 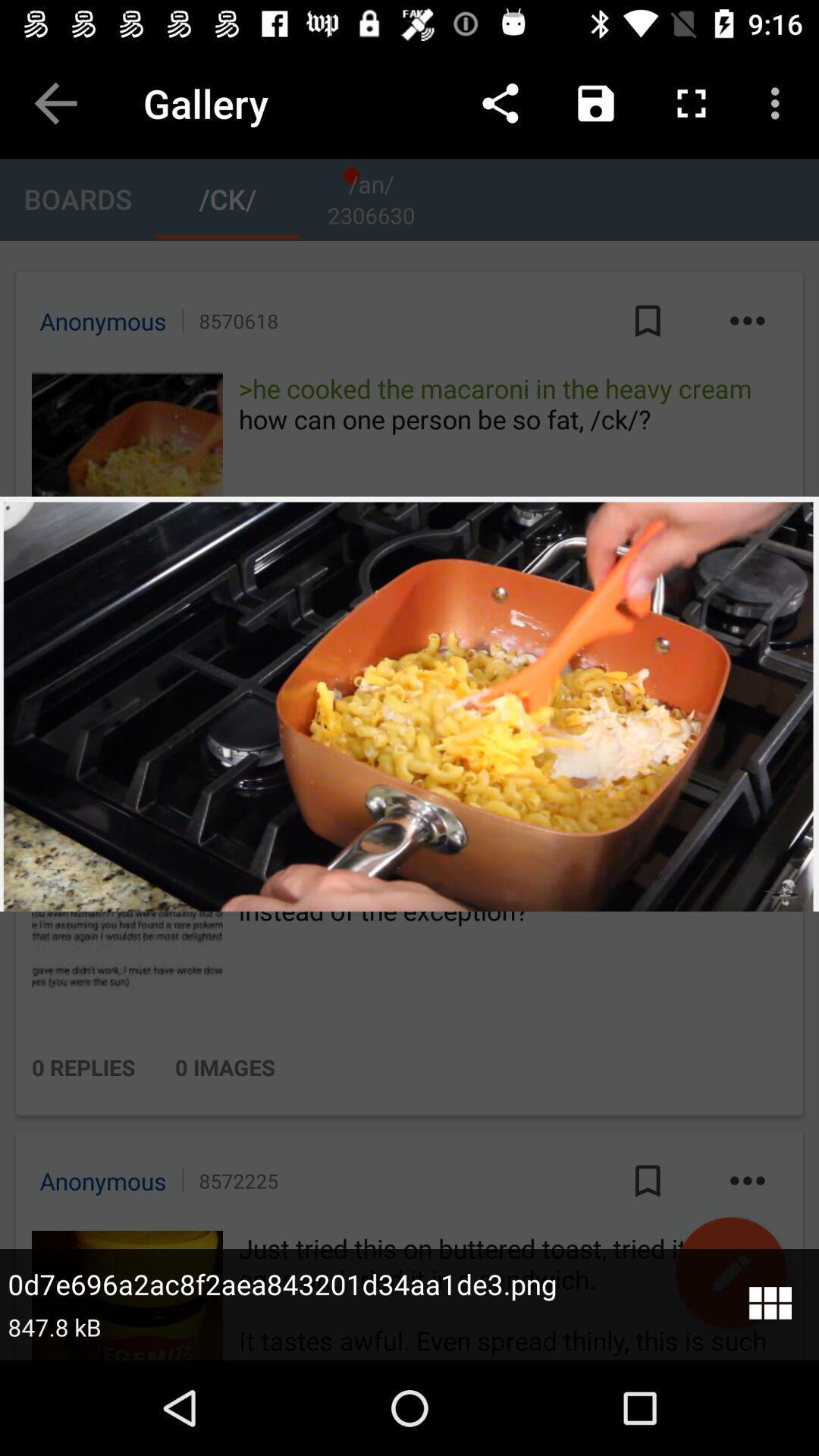 What do you see at coordinates (769, 1304) in the screenshot?
I see `the dashboard icon` at bounding box center [769, 1304].